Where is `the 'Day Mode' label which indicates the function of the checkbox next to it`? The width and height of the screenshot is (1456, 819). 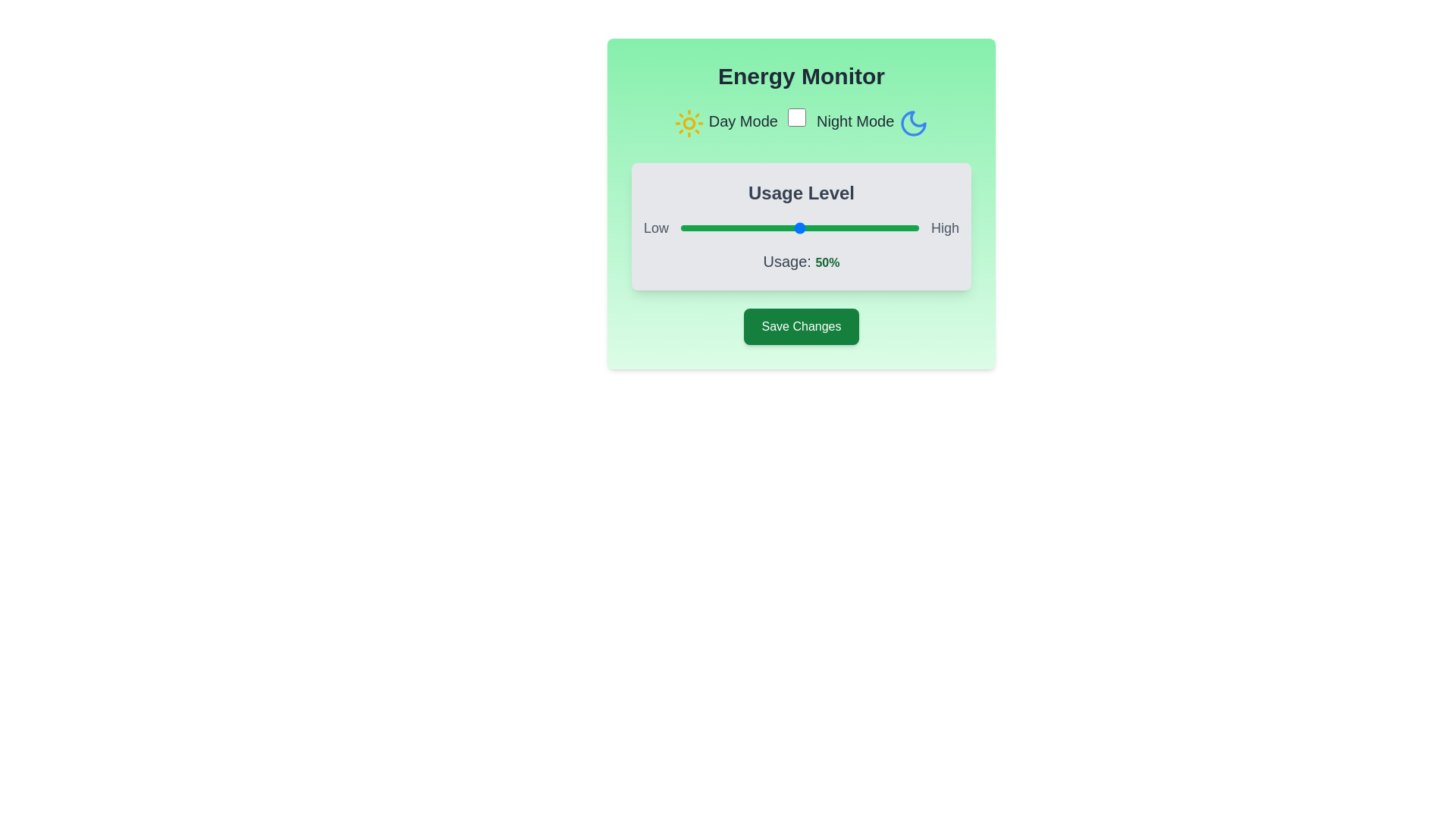 the 'Day Mode' label which indicates the function of the checkbox next to it is located at coordinates (743, 121).